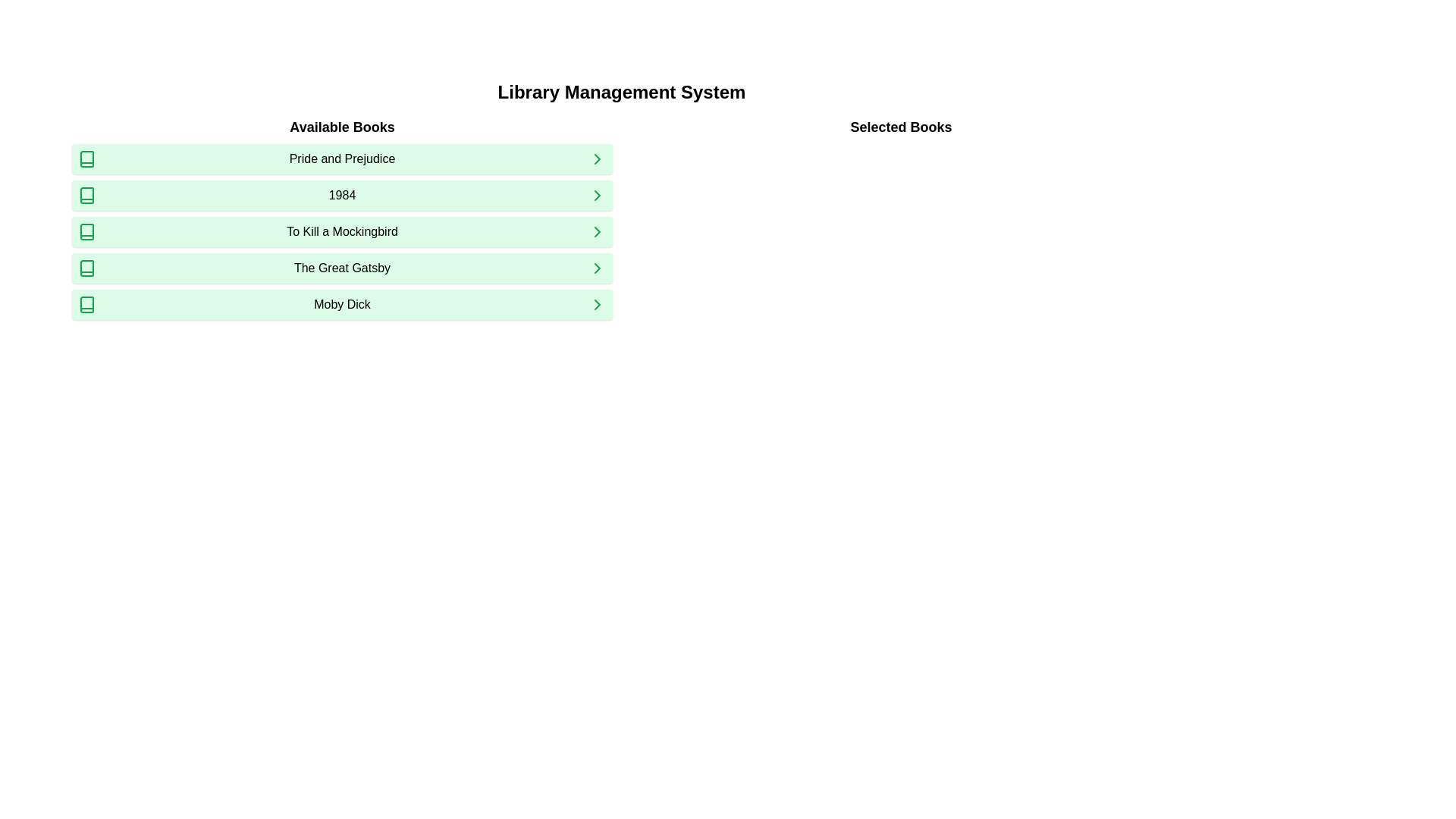 This screenshot has height=819, width=1456. I want to click on the 'Moby Dick' button, which is a rectangular button with a light green background, located at the bottom of the 'Available Books' list, so click(341, 304).